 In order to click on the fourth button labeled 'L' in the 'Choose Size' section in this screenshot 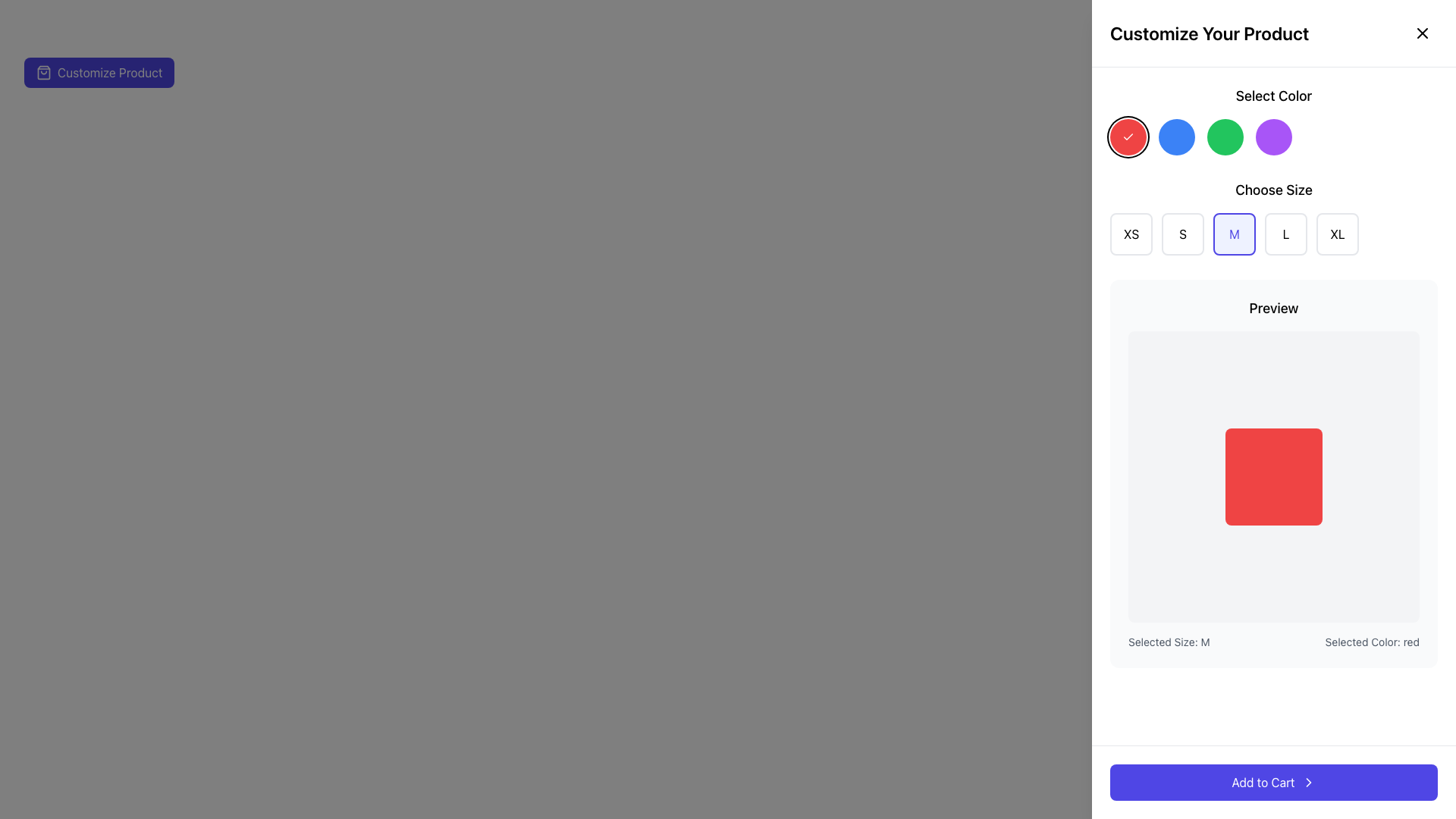, I will do `click(1285, 234)`.